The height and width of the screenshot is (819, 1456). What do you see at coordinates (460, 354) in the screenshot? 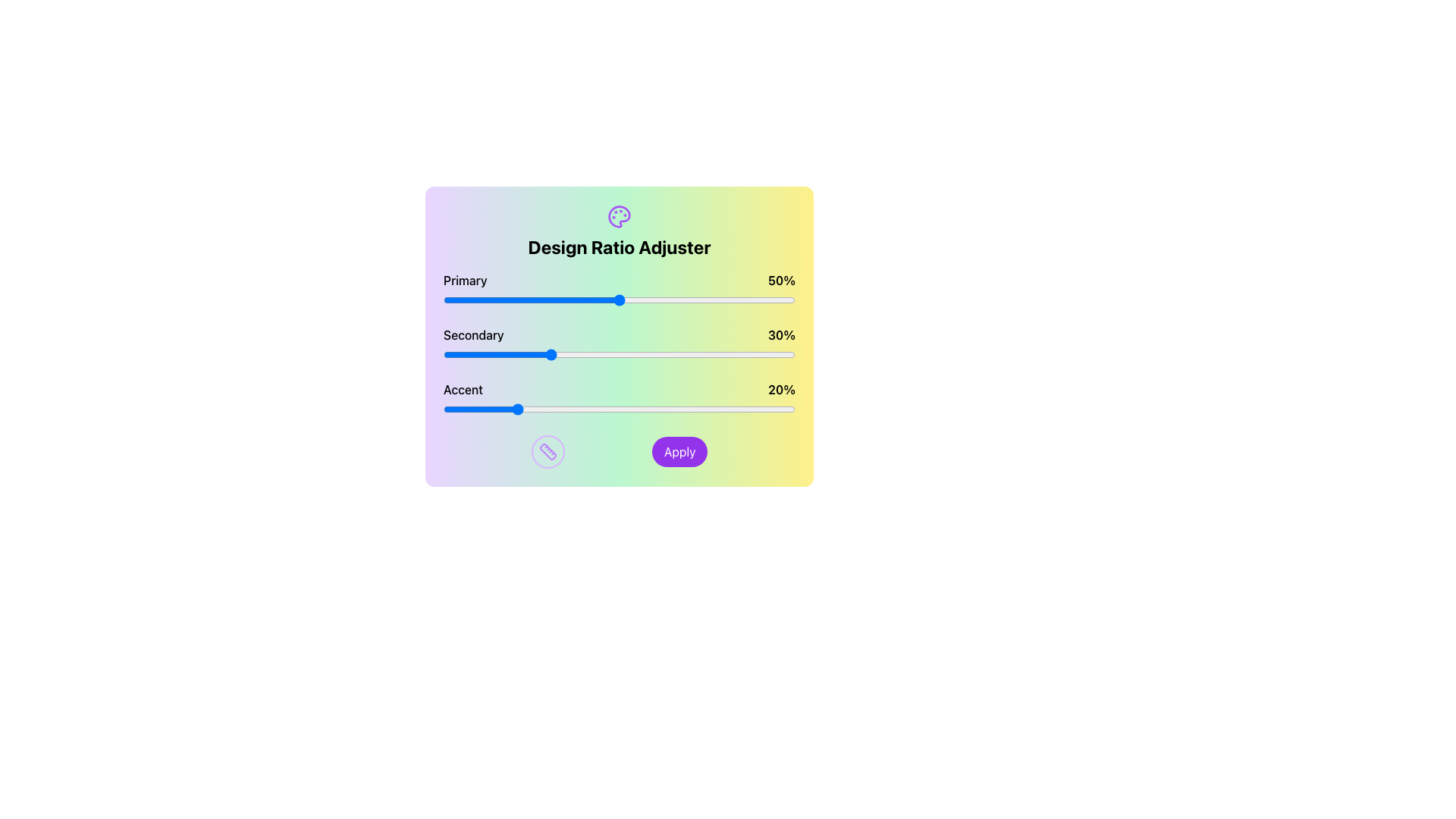
I see `the secondary slider value` at bounding box center [460, 354].